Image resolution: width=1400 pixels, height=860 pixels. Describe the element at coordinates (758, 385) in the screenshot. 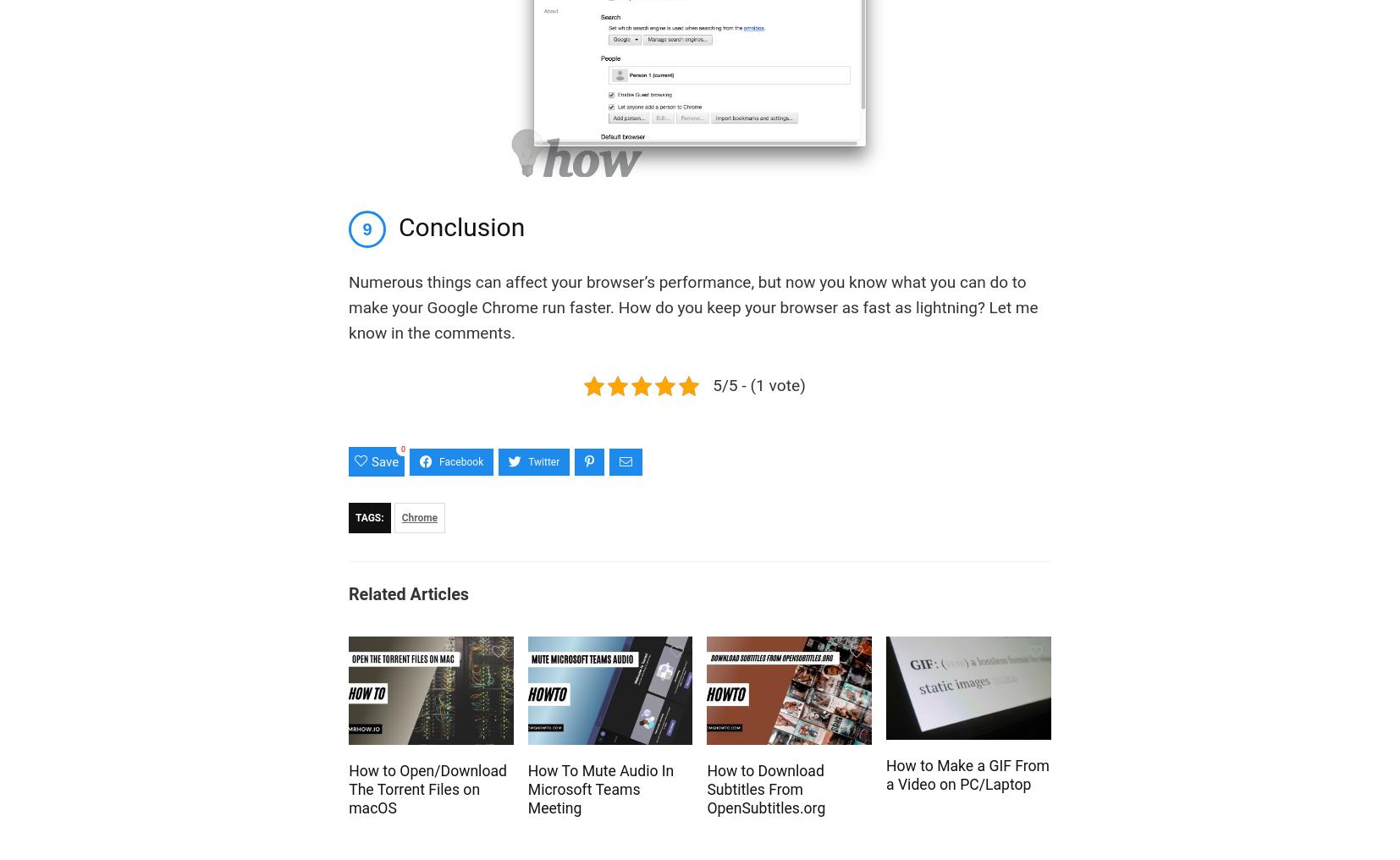

I see `'5/5 - (1 vote)'` at that location.